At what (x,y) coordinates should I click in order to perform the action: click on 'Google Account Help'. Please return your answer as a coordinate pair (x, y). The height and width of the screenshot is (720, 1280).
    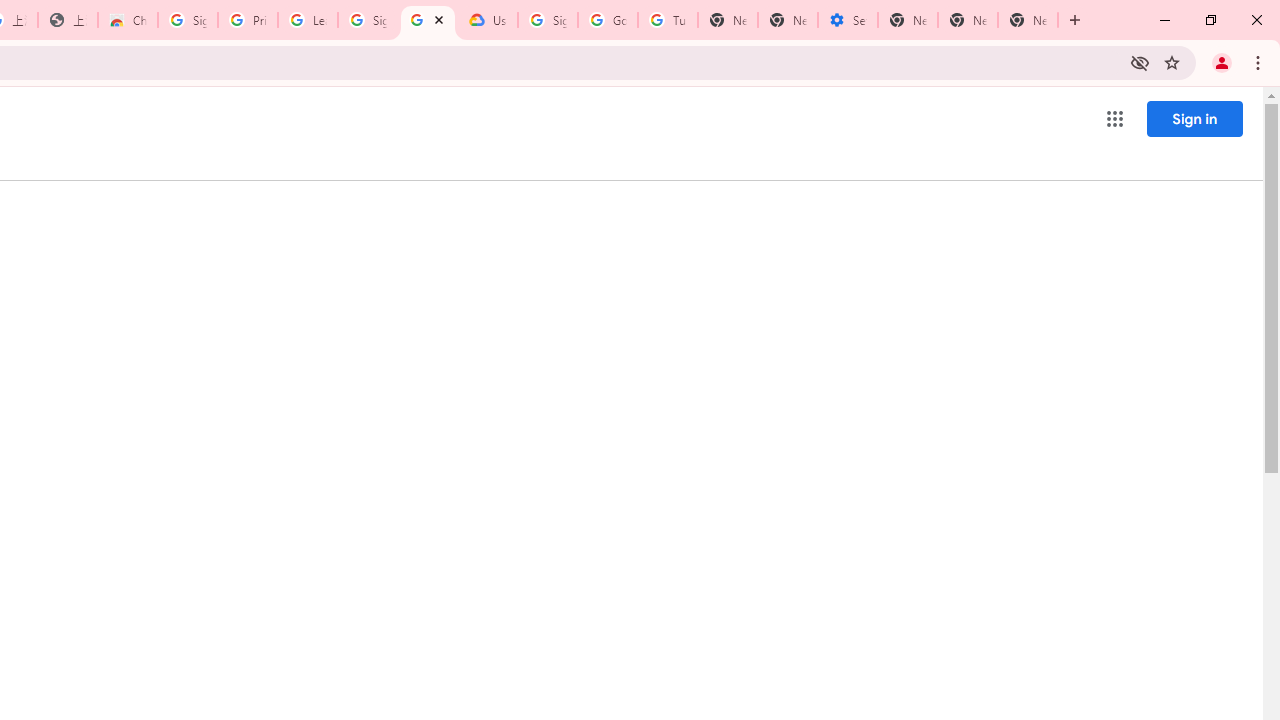
    Looking at the image, I should click on (607, 20).